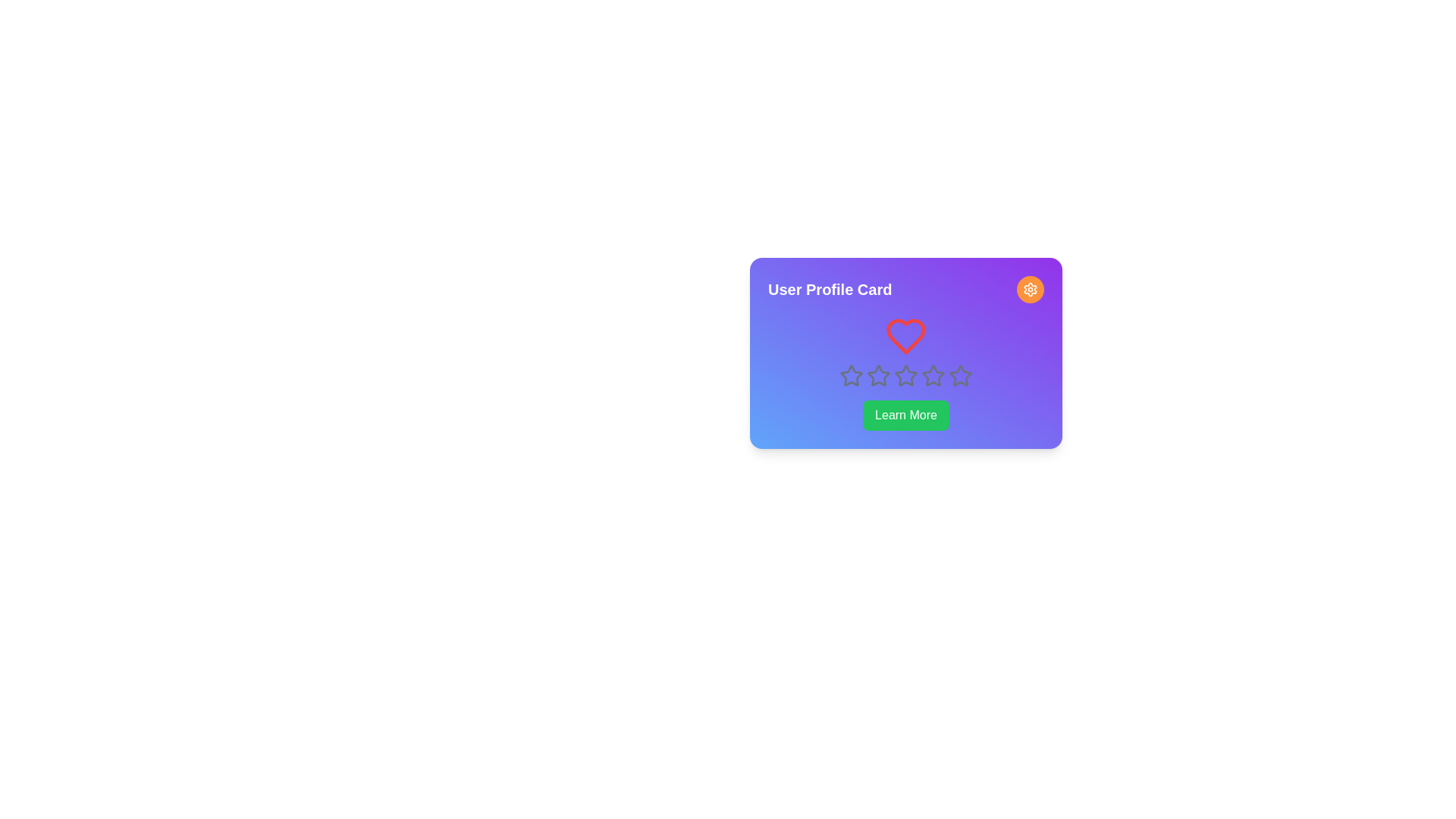 The image size is (1456, 819). What do you see at coordinates (1030, 289) in the screenshot?
I see `the settings button located in the top-right corner of the 'User Profile Card'` at bounding box center [1030, 289].